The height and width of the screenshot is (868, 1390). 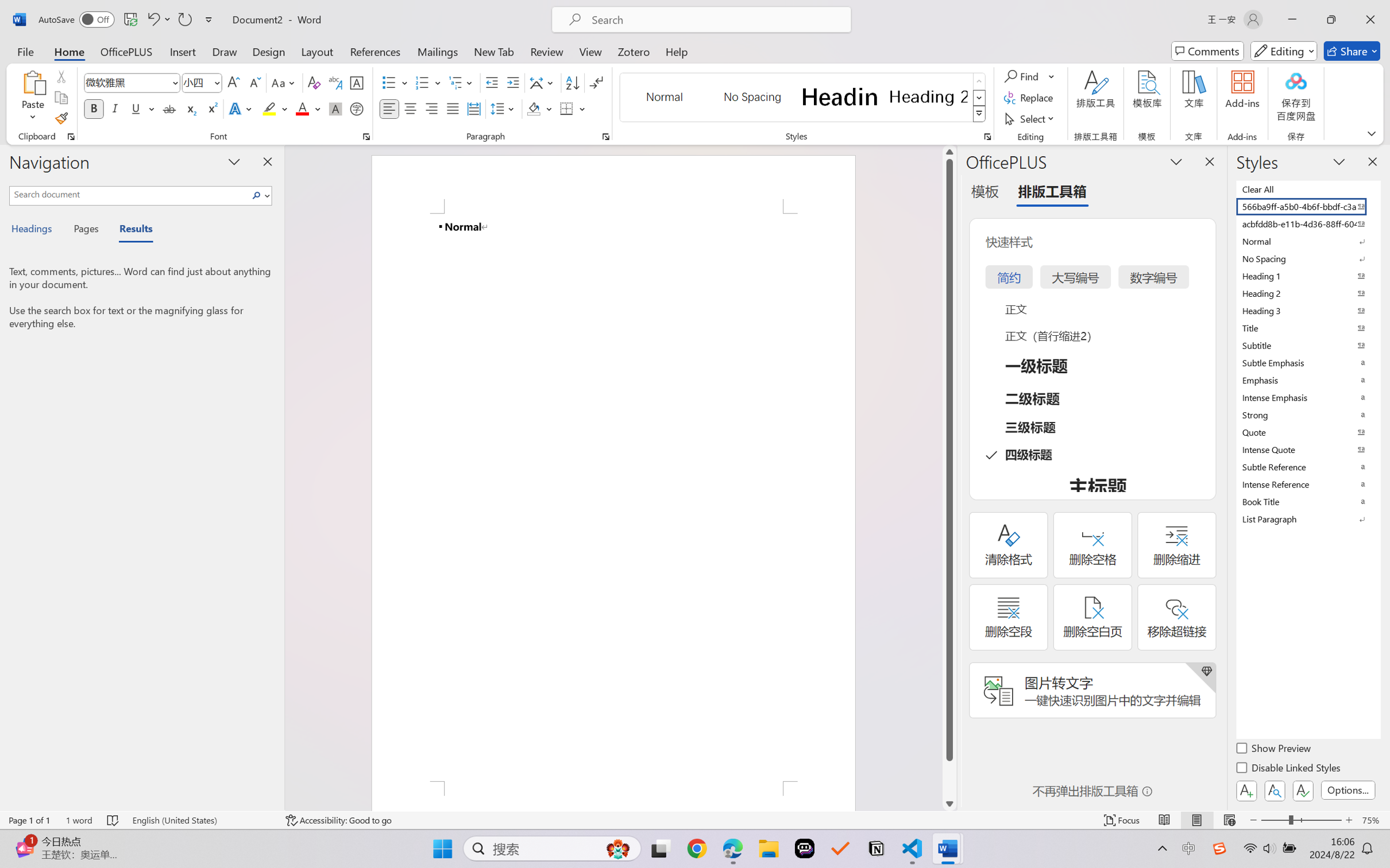 I want to click on 'Select', so click(x=1031, y=119).